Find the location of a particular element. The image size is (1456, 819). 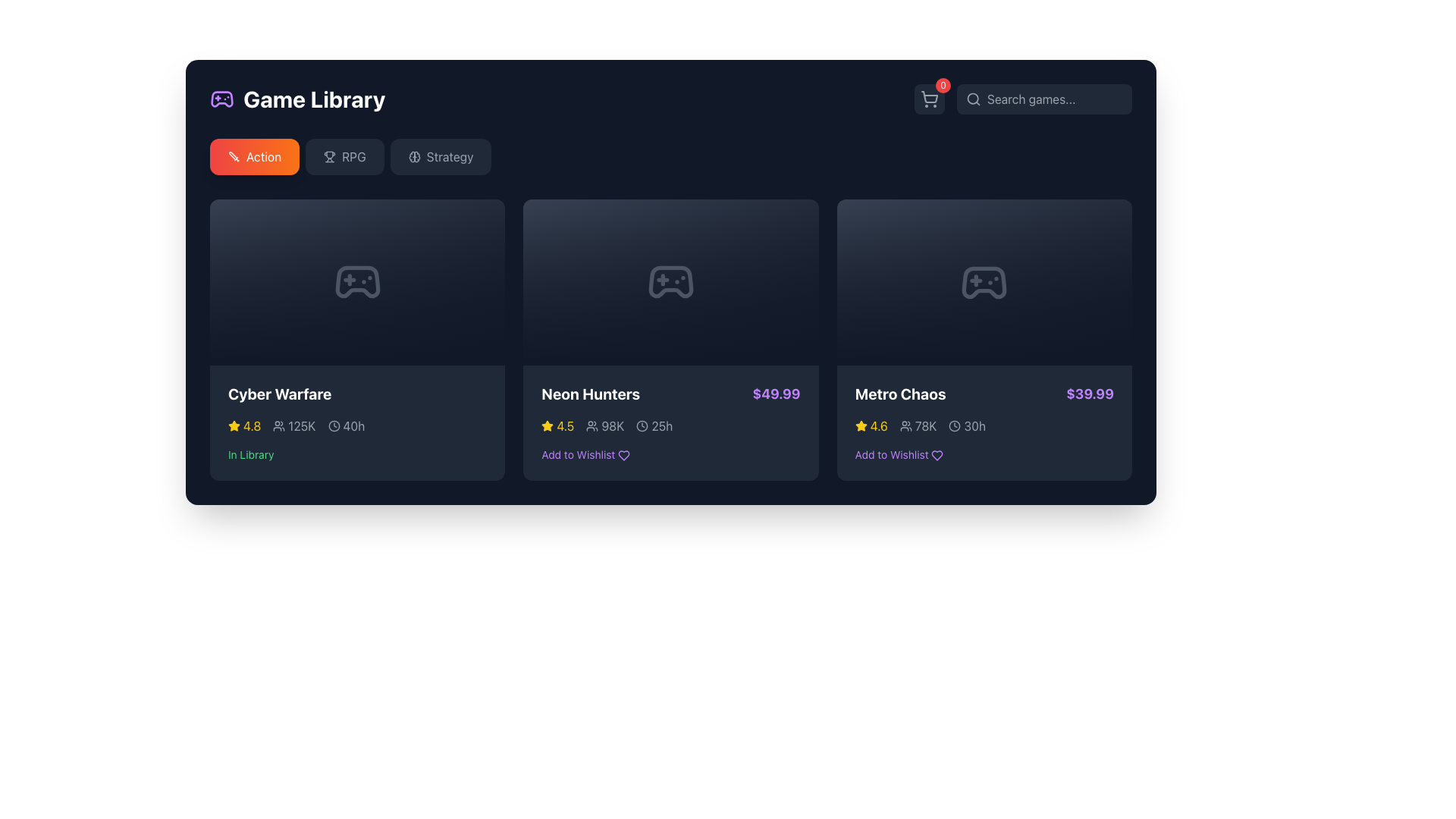

the decorative star icon representing a rating value for the game 'Neon Hunters', located to the left of the text '4.5', to influence the rating display is located at coordinates (546, 425).